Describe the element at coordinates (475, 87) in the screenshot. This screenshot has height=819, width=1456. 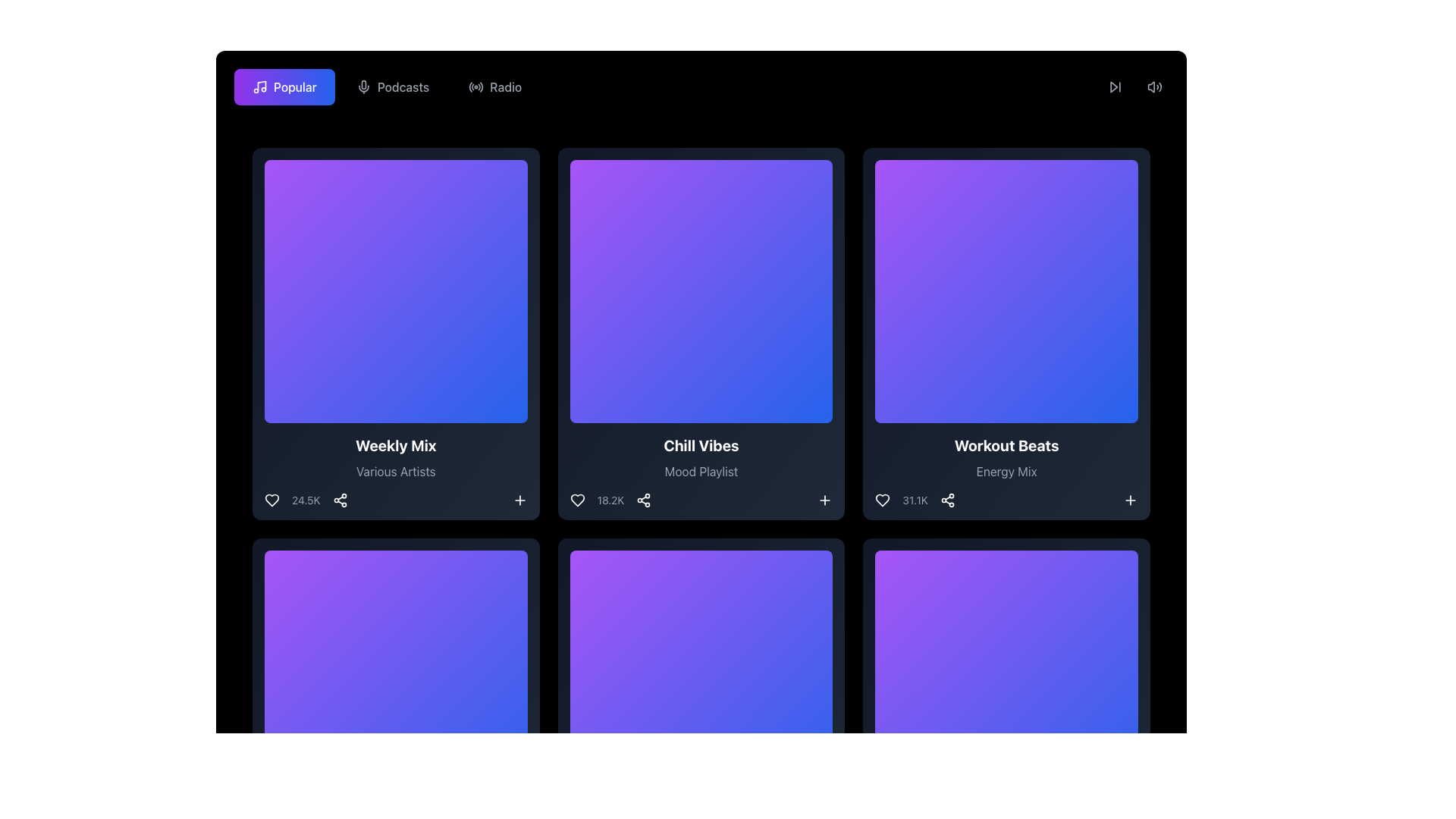
I see `the radio icon located in the navigation bar, which is styled with a black stroke and positioned to the left of the 'Radio' text` at that location.